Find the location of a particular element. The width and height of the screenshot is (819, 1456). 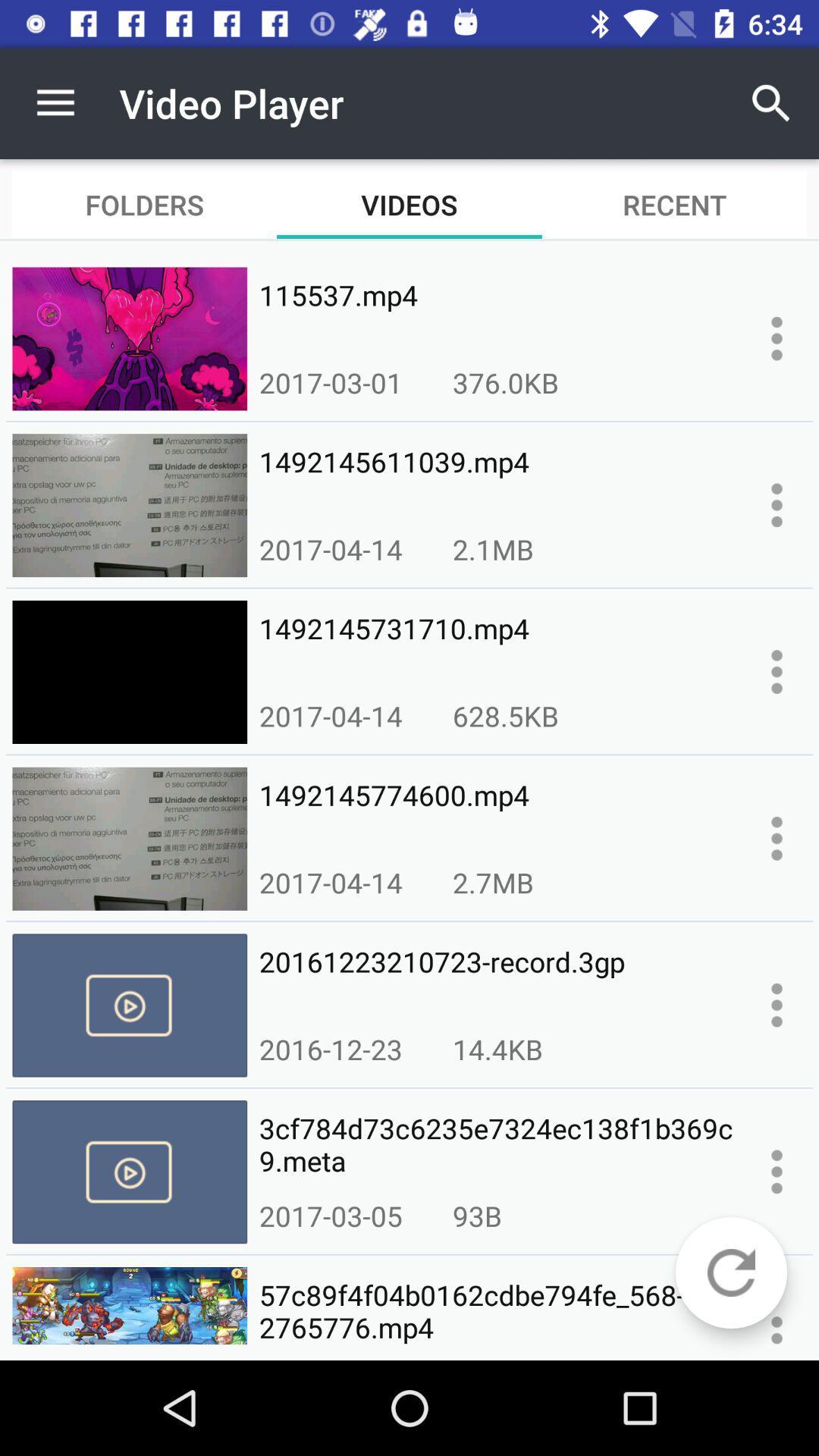

item below 20161223210723-record.3gp item is located at coordinates (497, 1048).